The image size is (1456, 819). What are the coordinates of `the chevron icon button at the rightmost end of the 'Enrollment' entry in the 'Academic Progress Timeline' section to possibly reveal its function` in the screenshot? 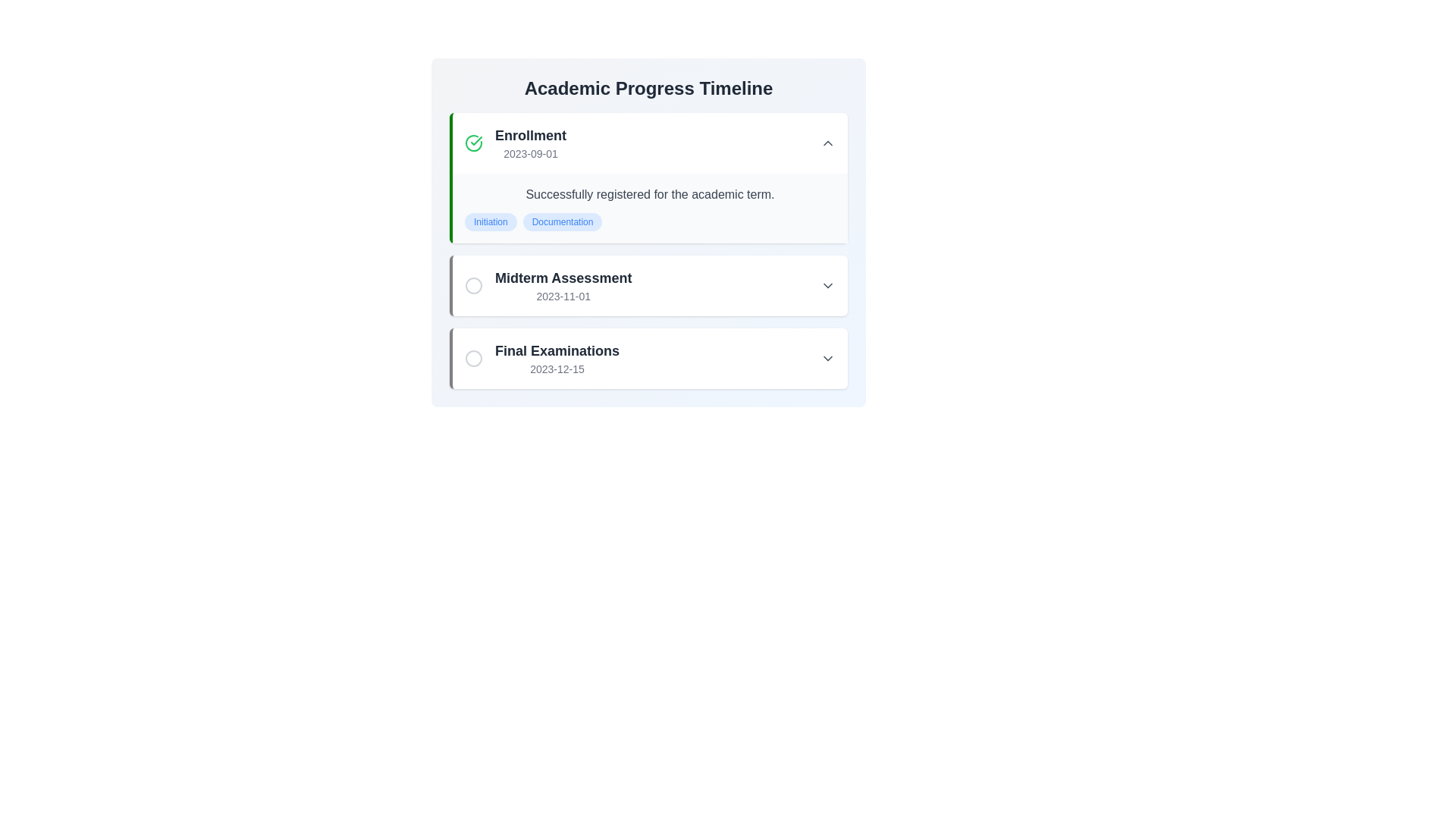 It's located at (827, 143).